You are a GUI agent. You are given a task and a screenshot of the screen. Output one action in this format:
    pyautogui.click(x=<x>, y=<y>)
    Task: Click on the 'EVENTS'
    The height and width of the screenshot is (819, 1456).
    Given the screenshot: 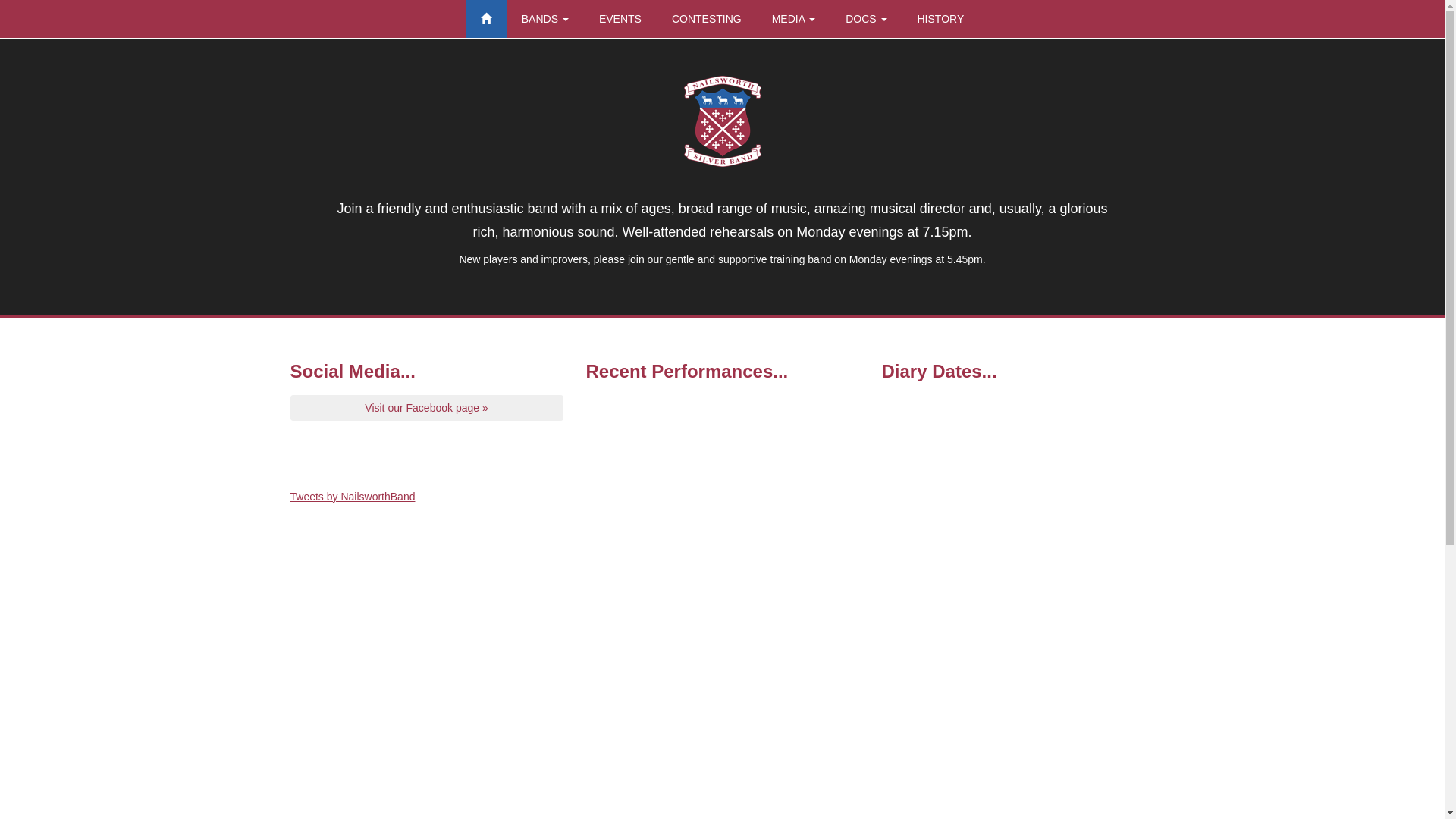 What is the action you would take?
    pyautogui.click(x=620, y=18)
    